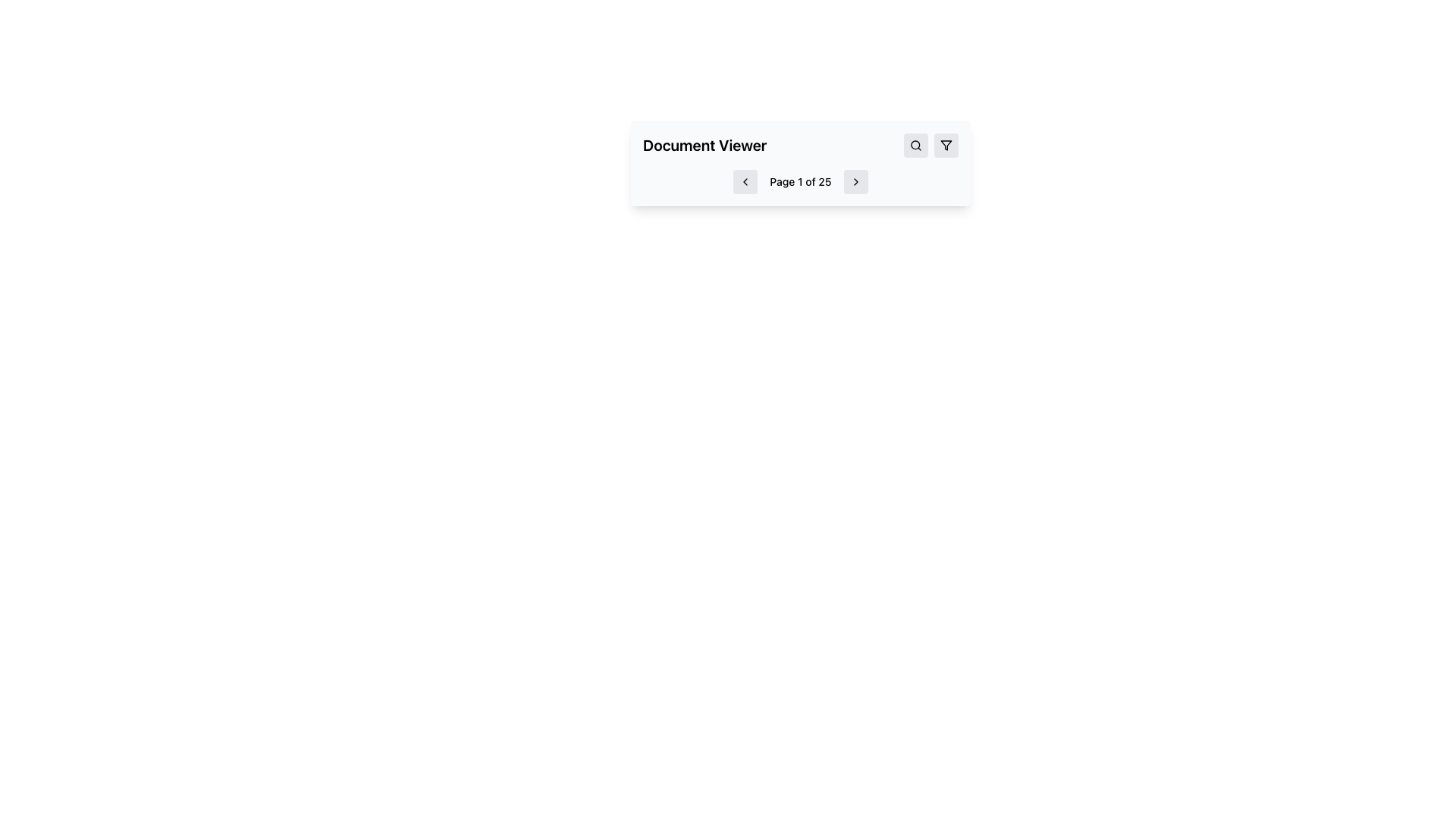 The width and height of the screenshot is (1456, 819). What do you see at coordinates (946, 146) in the screenshot?
I see `the second button in the group of two buttons located at the top-right corner of the interface to apply a filter` at bounding box center [946, 146].